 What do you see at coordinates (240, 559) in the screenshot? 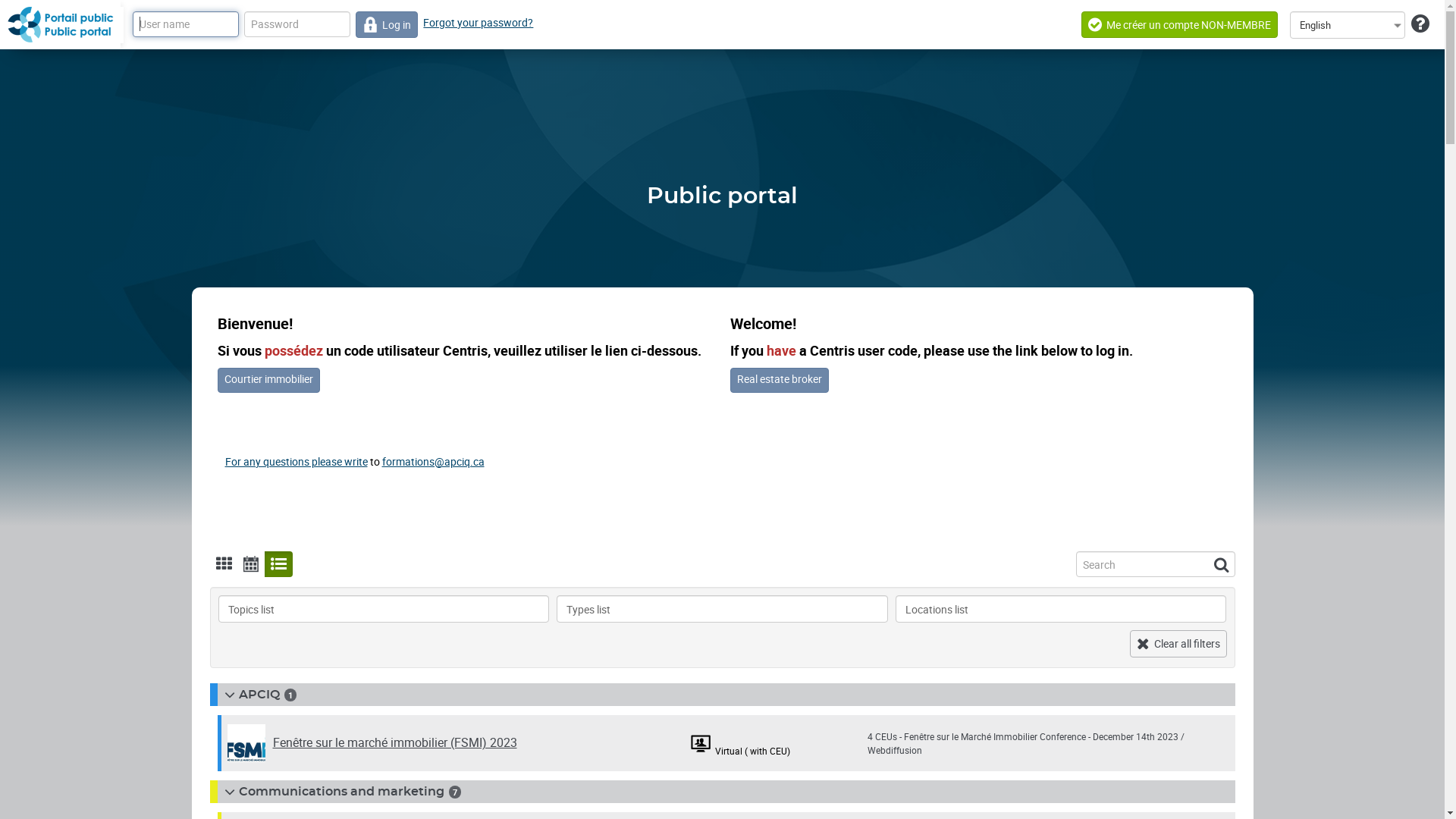
I see `'Display calendar'` at bounding box center [240, 559].